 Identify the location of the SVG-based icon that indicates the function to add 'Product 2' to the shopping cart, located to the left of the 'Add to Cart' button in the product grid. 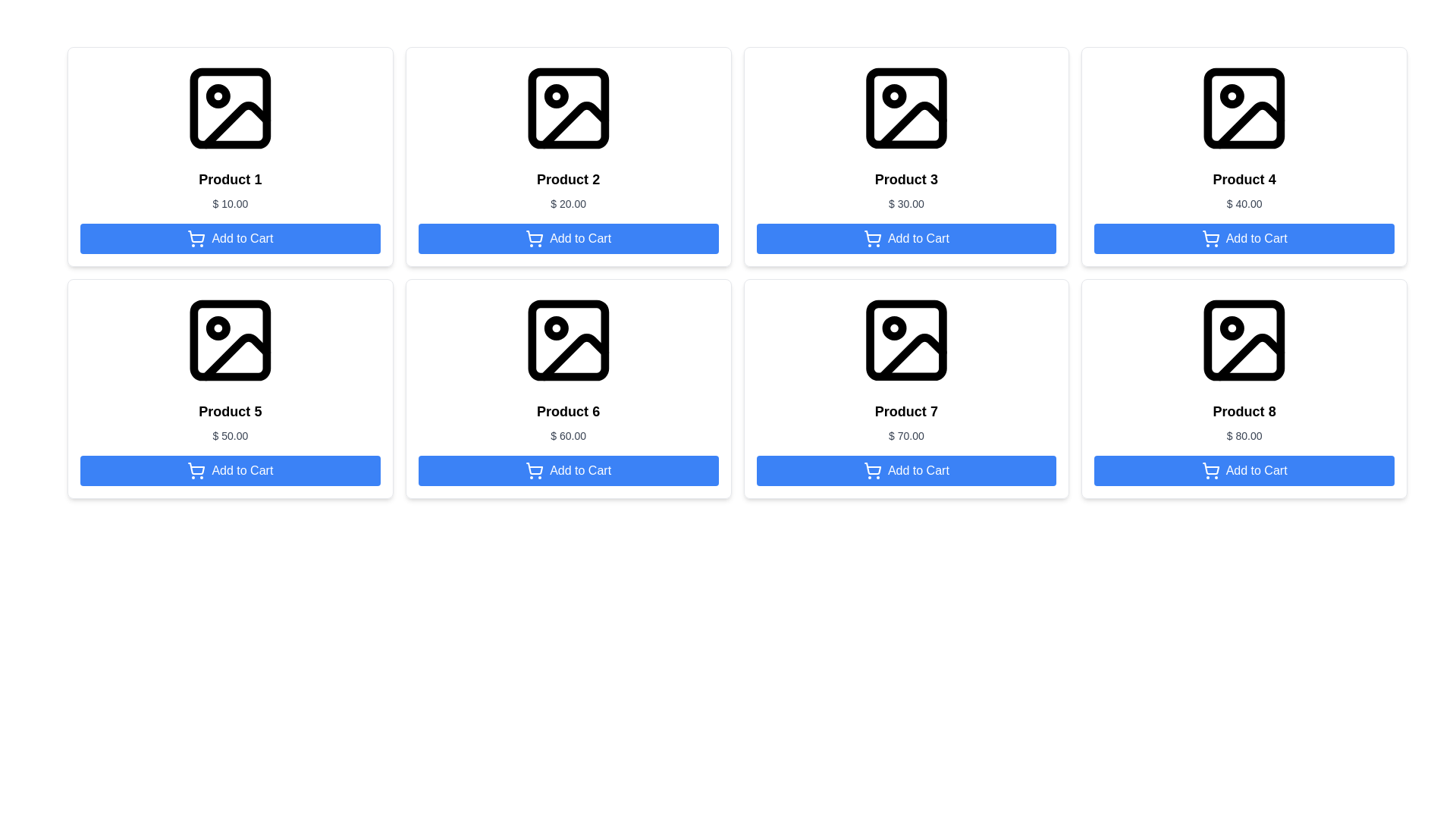
(535, 239).